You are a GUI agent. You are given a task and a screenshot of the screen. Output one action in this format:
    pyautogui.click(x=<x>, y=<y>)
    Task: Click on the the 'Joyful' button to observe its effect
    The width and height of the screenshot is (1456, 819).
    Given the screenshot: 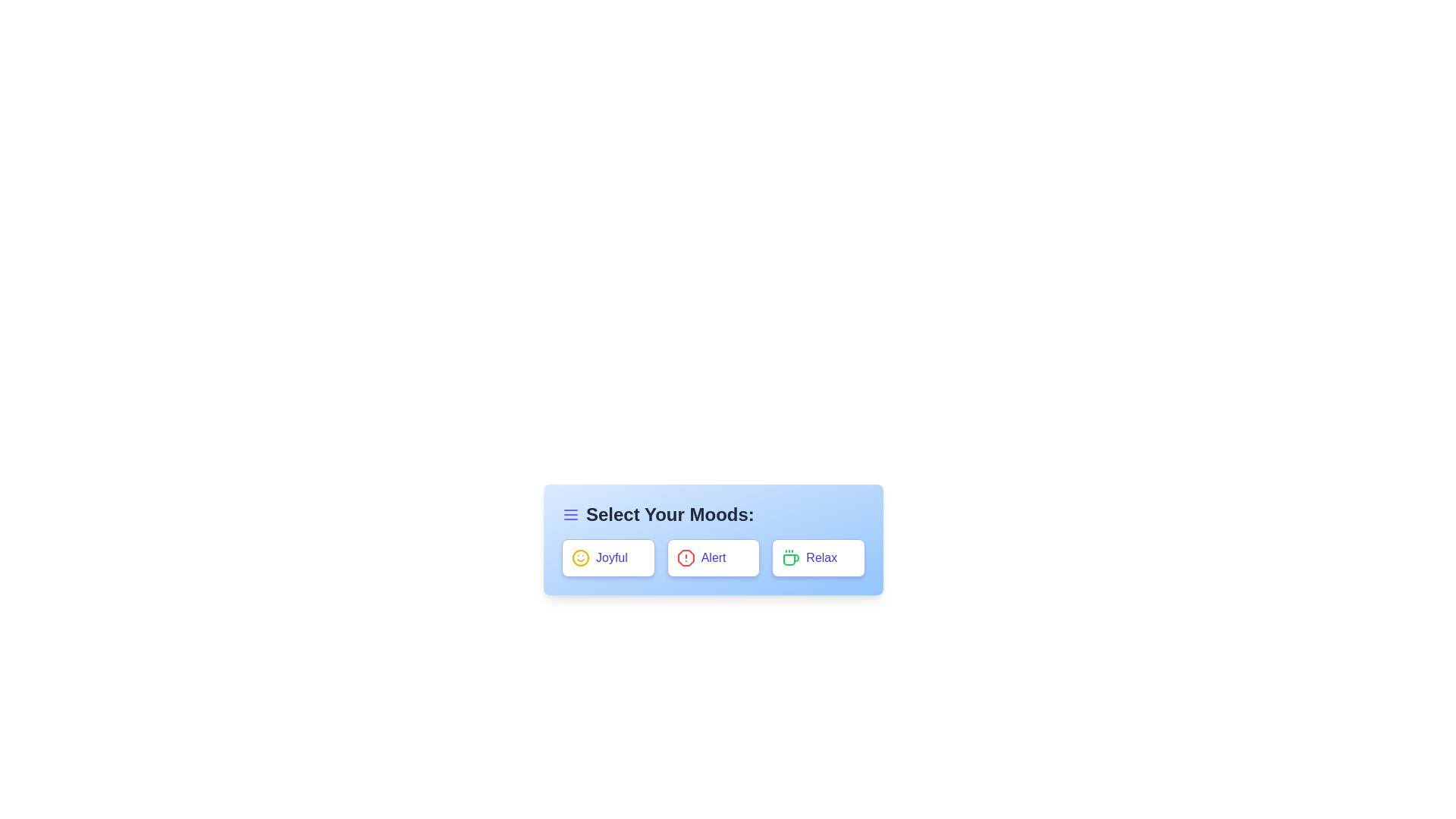 What is the action you would take?
    pyautogui.click(x=607, y=558)
    